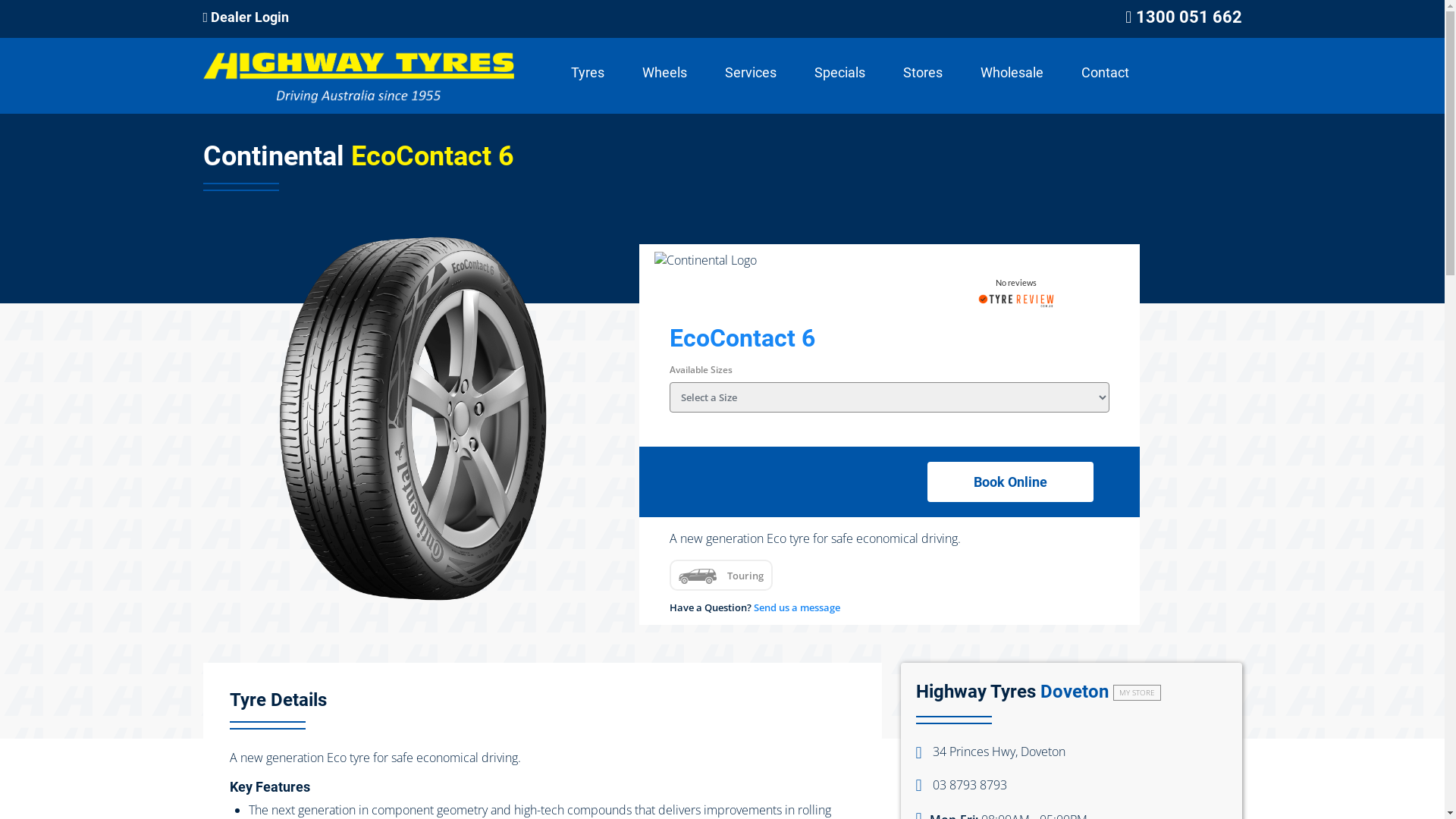  Describe the element at coordinates (921, 72) in the screenshot. I see `'Stores'` at that location.